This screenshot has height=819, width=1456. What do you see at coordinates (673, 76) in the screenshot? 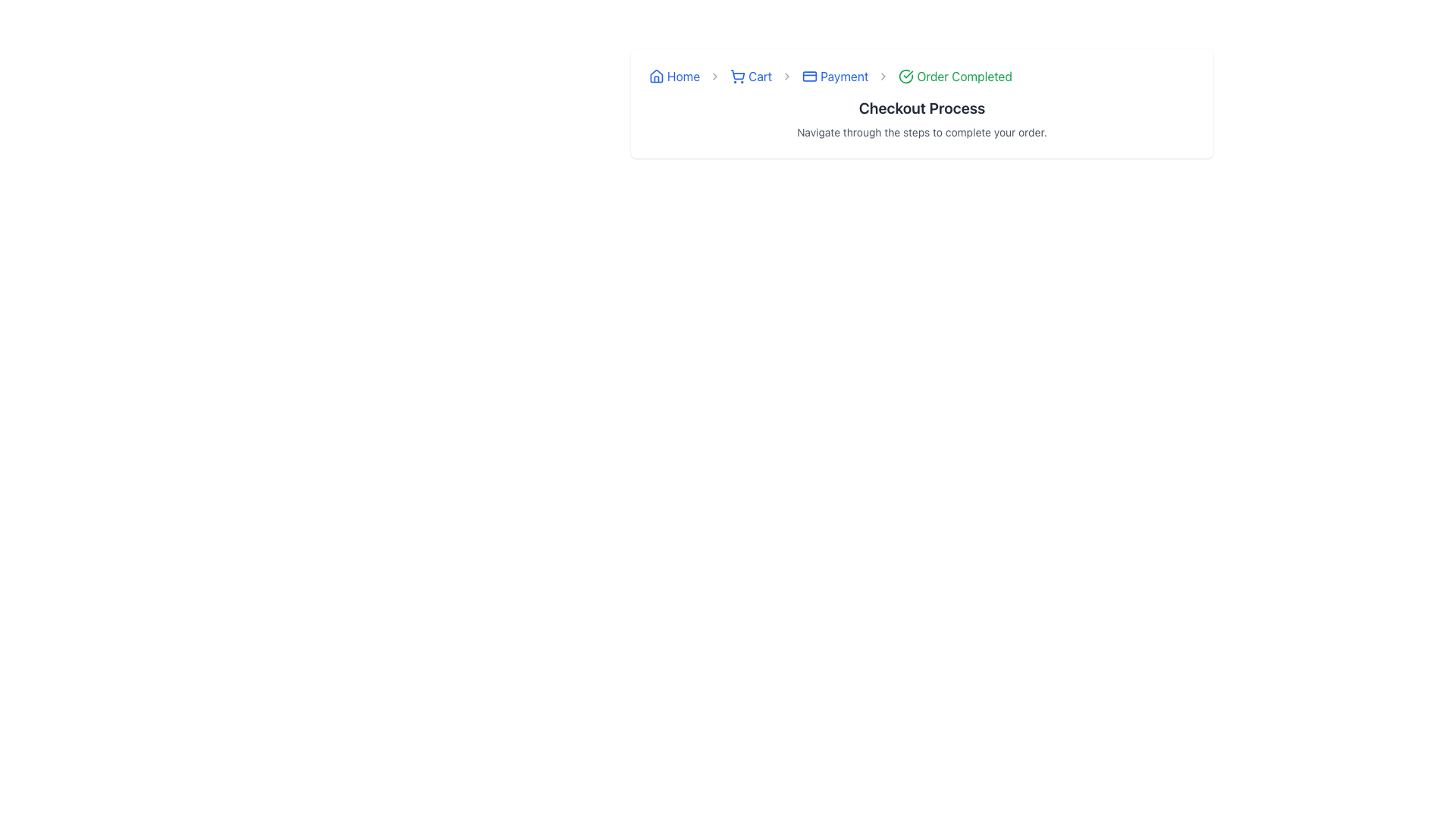
I see `the navigational link with text and an icon that directs the user back to the homepage, located in the horizontal breadcrumb trail at the top-left of the UI` at bounding box center [673, 76].